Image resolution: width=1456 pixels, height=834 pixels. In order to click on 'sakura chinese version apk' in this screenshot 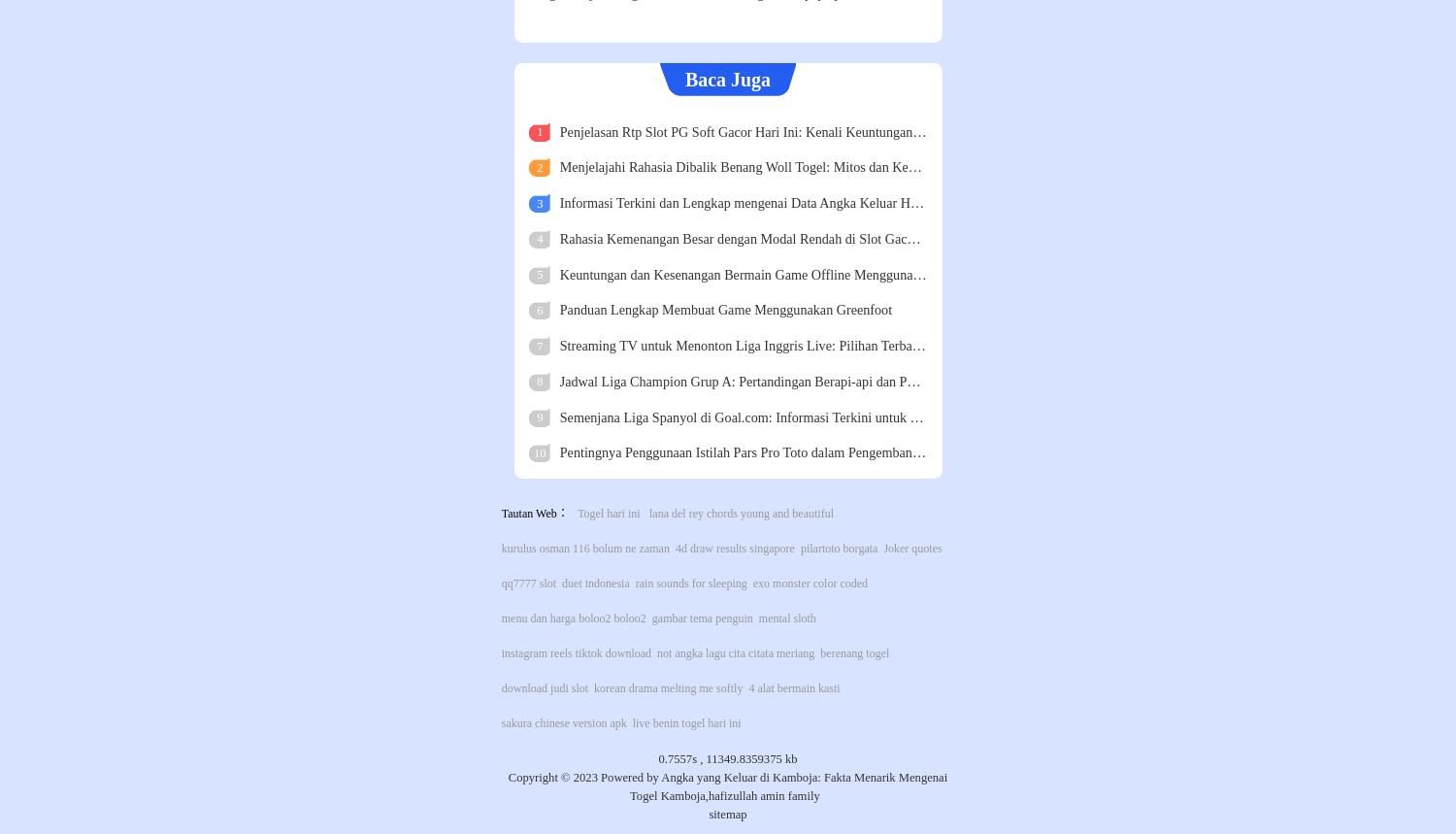, I will do `click(562, 720)`.